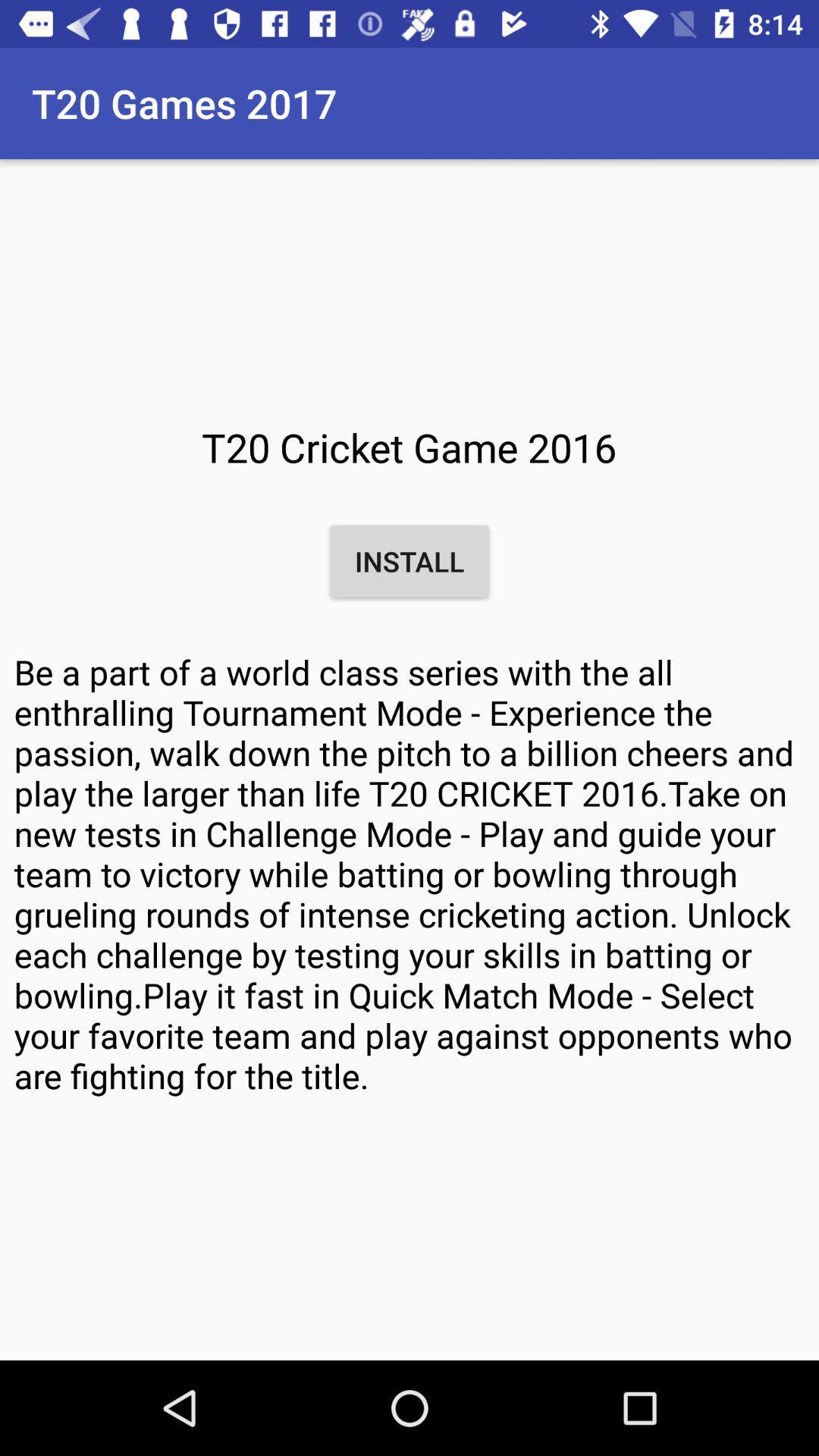 The image size is (819, 1456). I want to click on the item below the t20 cricket game icon, so click(409, 560).